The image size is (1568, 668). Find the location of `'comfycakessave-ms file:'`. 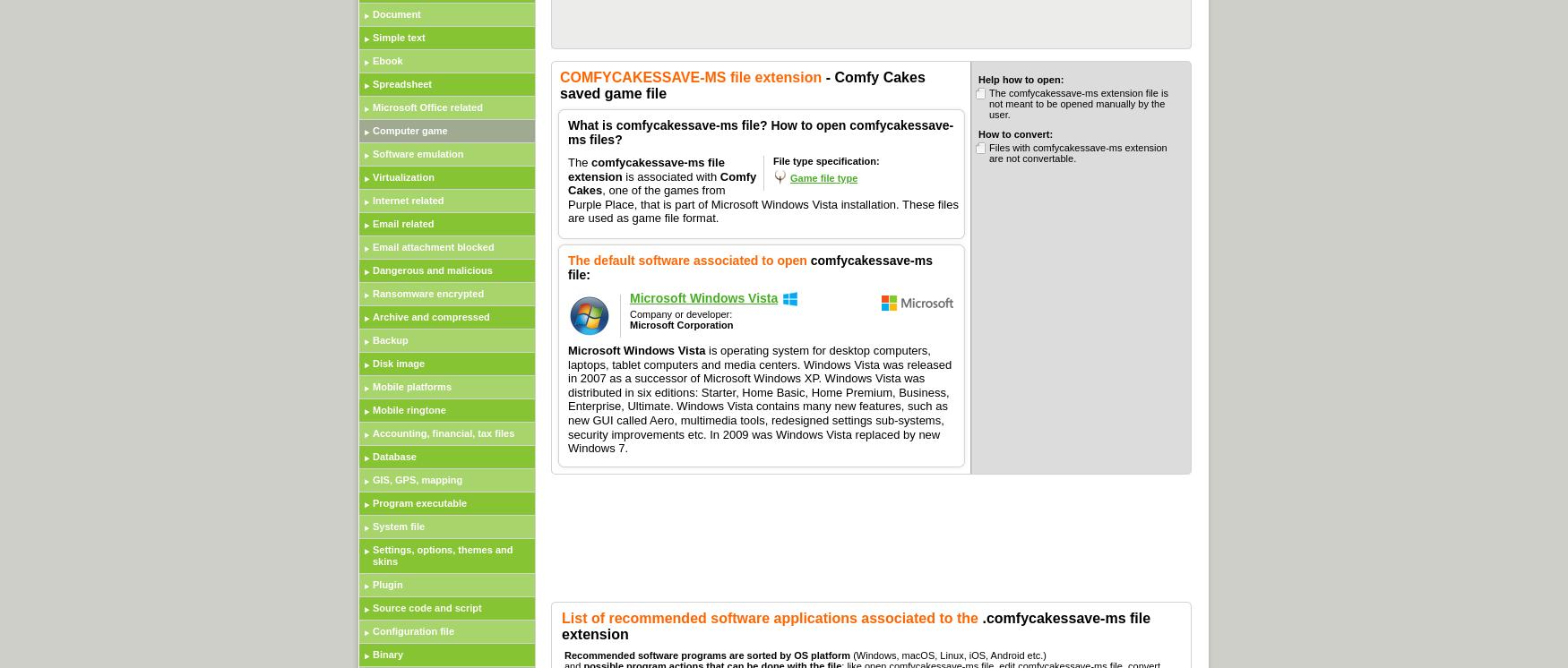

'comfycakessave-ms file:' is located at coordinates (750, 266).